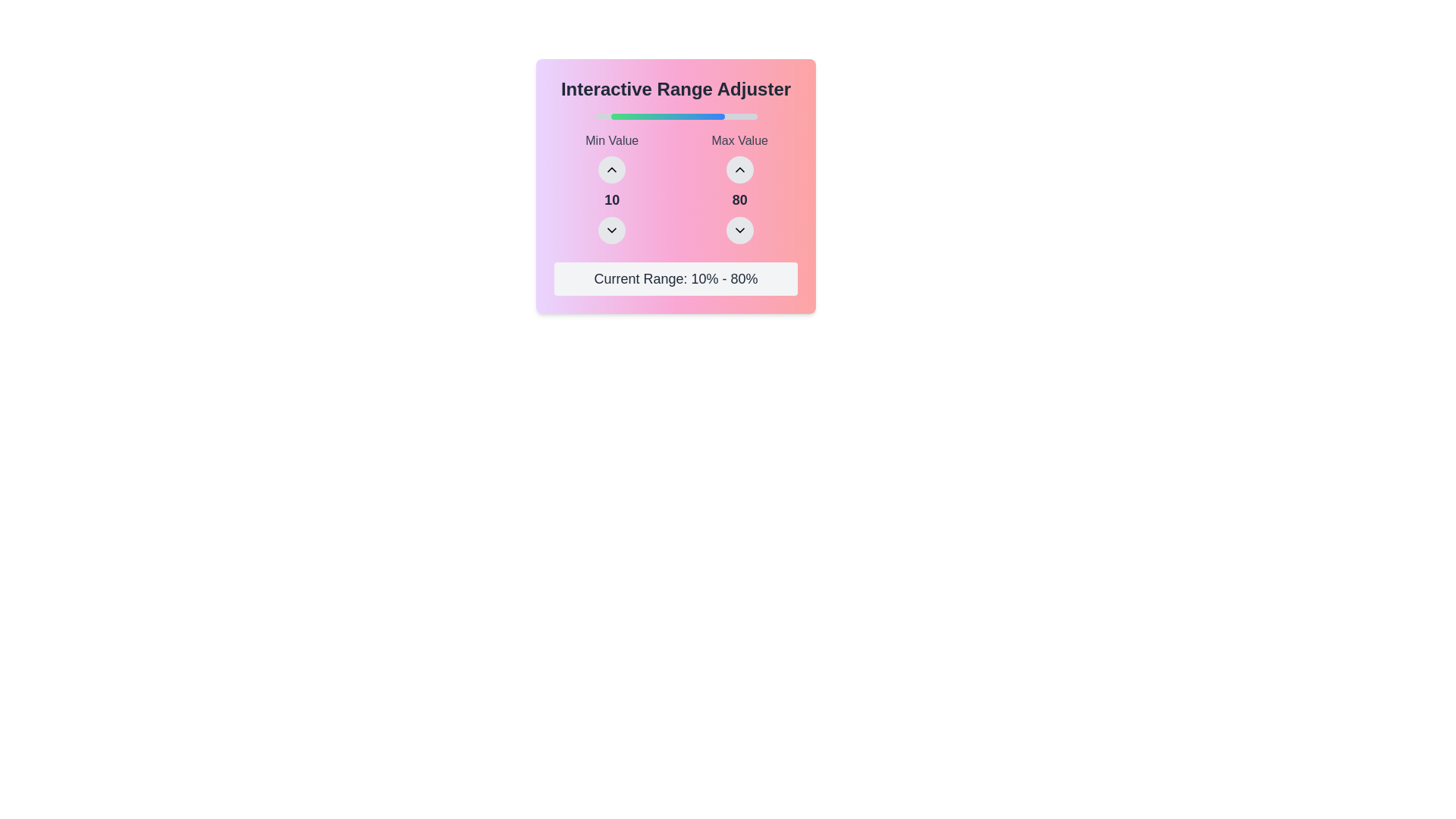  What do you see at coordinates (612, 169) in the screenshot?
I see `the increment icon within the circular button under the 'Min Value' label to increase the minimum value of the range adjuster` at bounding box center [612, 169].